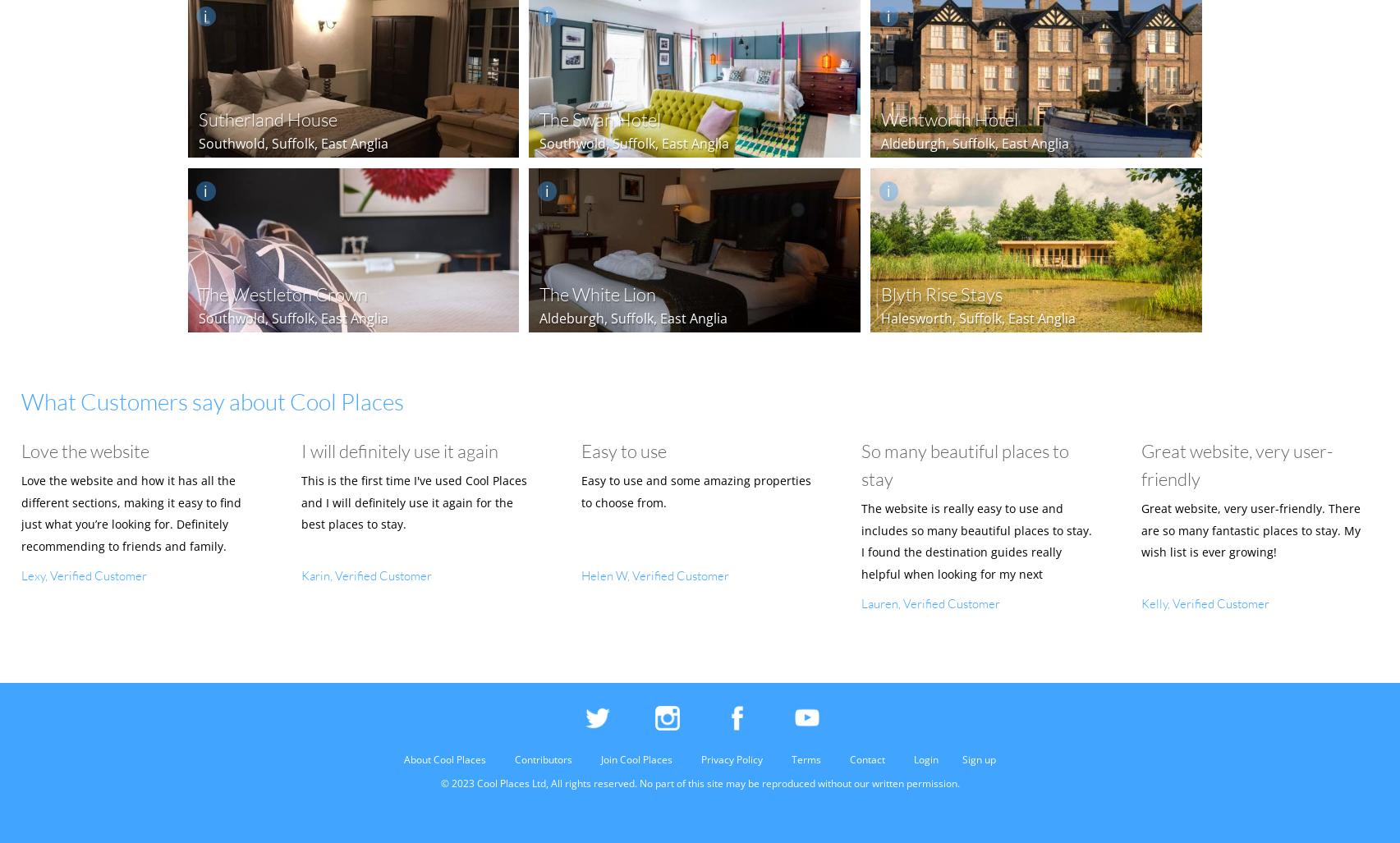 The image size is (1400, 843). What do you see at coordinates (636, 758) in the screenshot?
I see `'Join Cool Places'` at bounding box center [636, 758].